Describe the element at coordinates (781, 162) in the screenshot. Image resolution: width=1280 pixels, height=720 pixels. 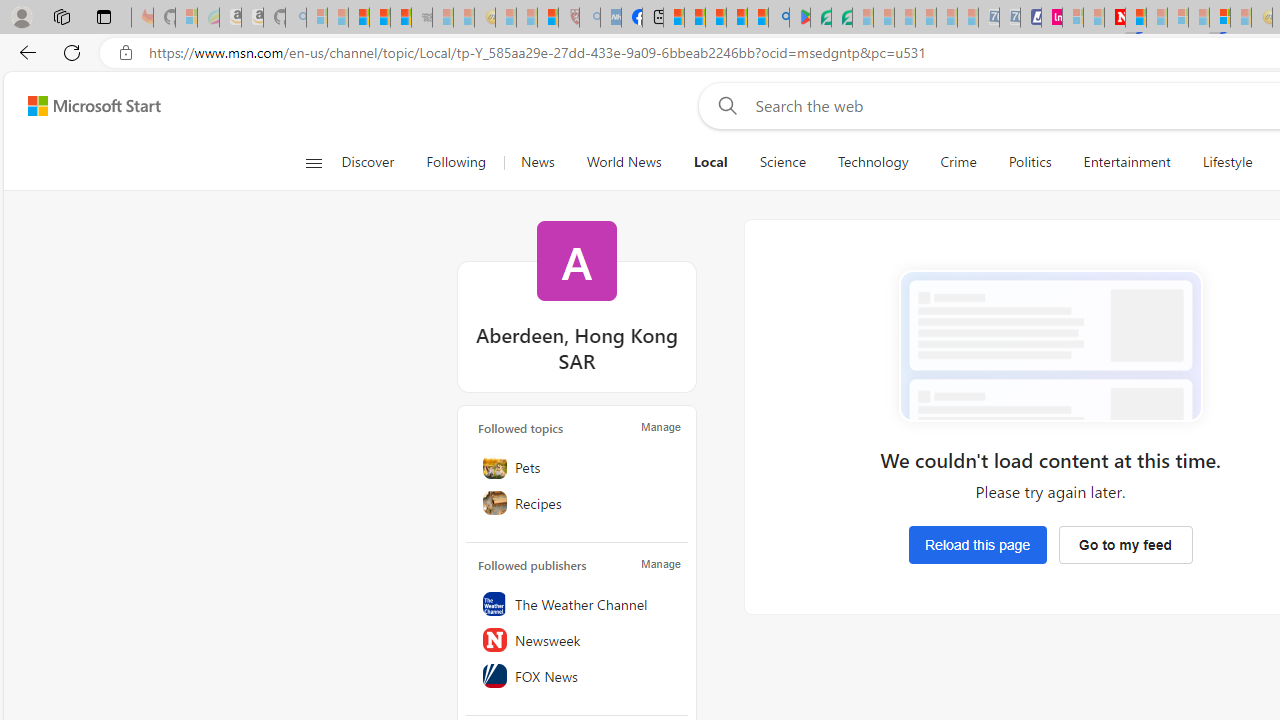
I see `'Science'` at that location.